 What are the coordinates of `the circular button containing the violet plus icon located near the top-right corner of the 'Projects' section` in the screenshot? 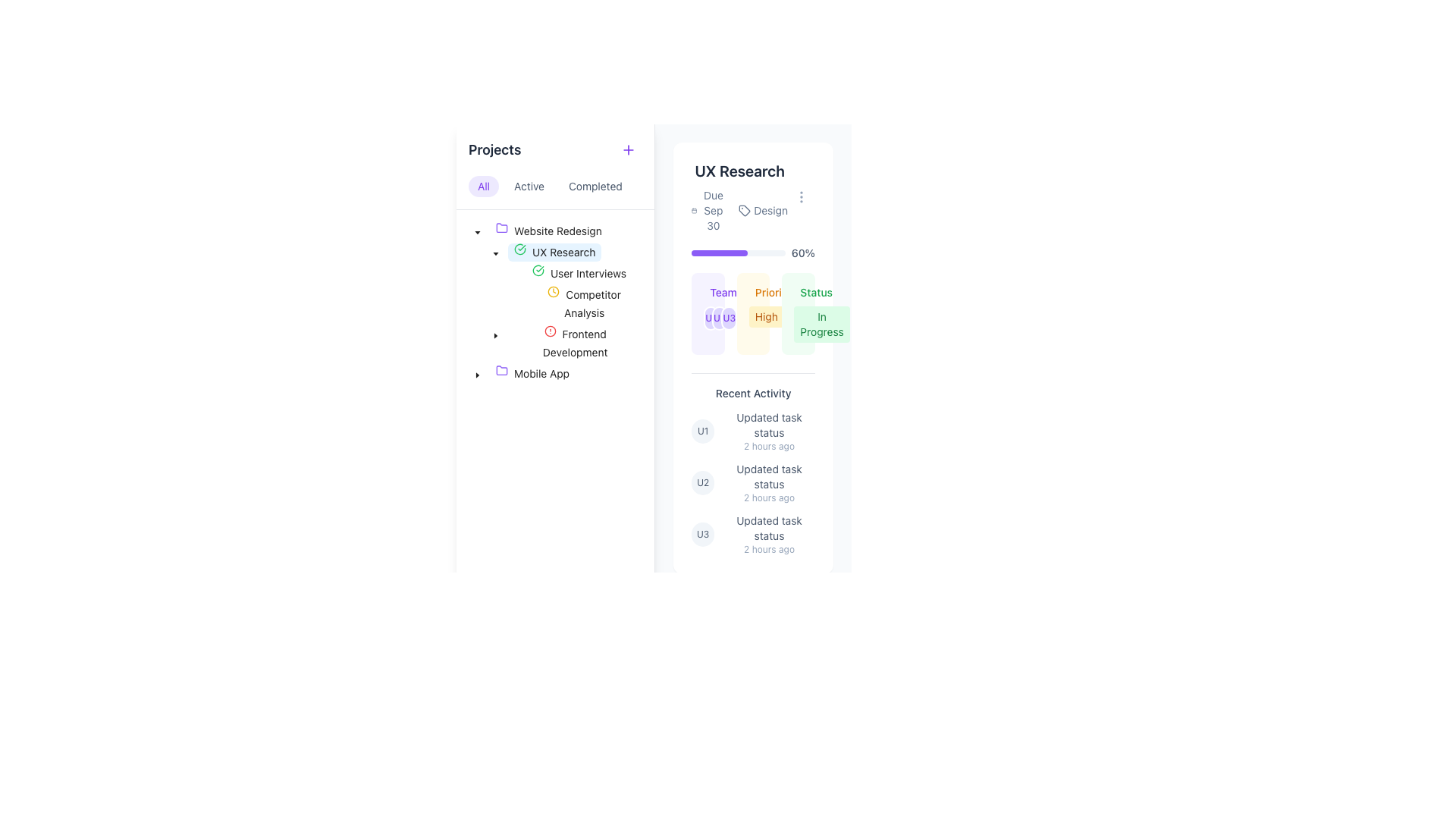 It's located at (629, 149).